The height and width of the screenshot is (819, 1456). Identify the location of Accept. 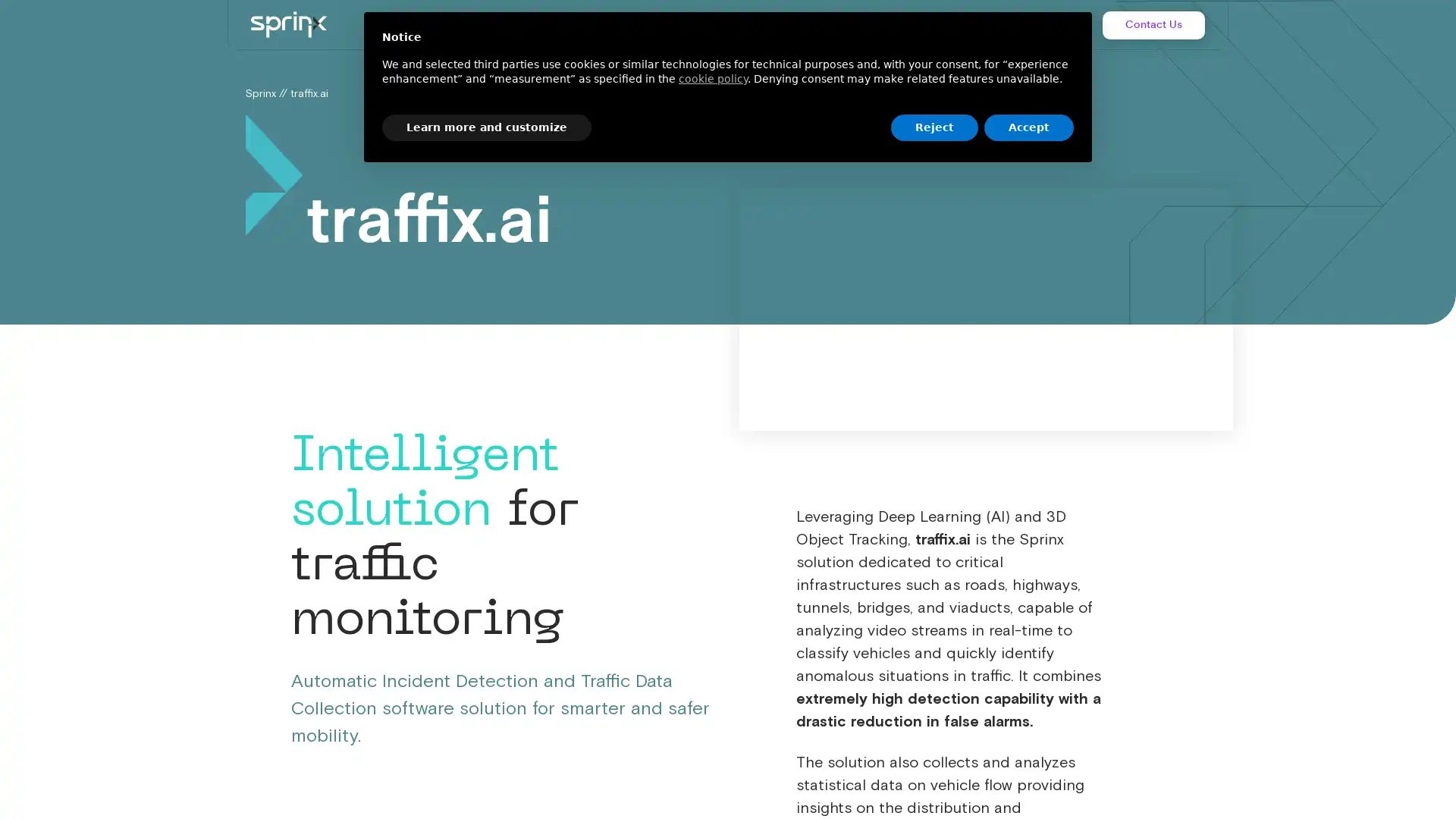
(1029, 127).